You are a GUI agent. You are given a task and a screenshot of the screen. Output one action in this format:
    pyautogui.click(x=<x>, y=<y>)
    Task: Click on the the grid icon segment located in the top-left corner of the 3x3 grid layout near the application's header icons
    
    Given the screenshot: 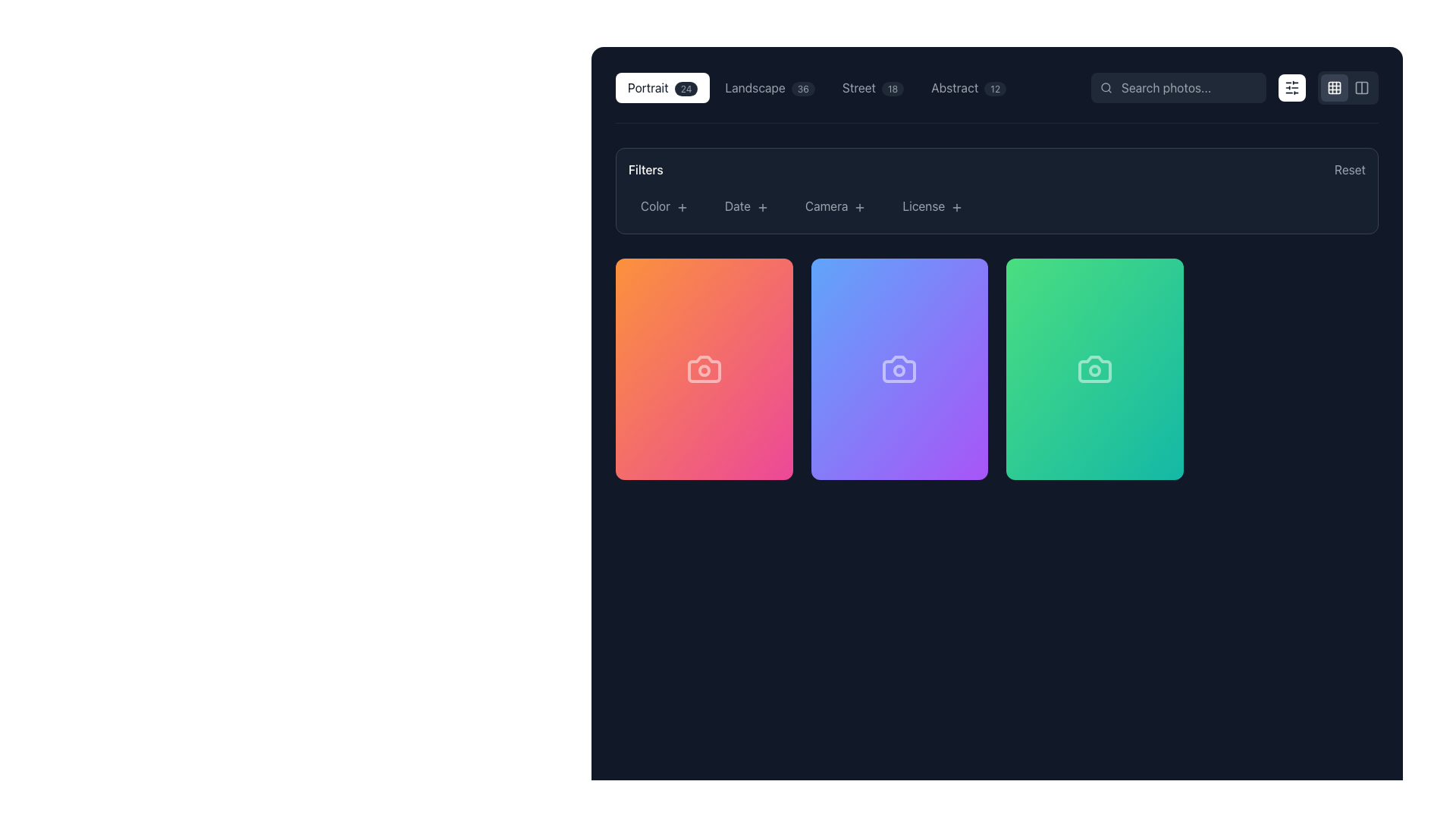 What is the action you would take?
    pyautogui.click(x=1335, y=87)
    